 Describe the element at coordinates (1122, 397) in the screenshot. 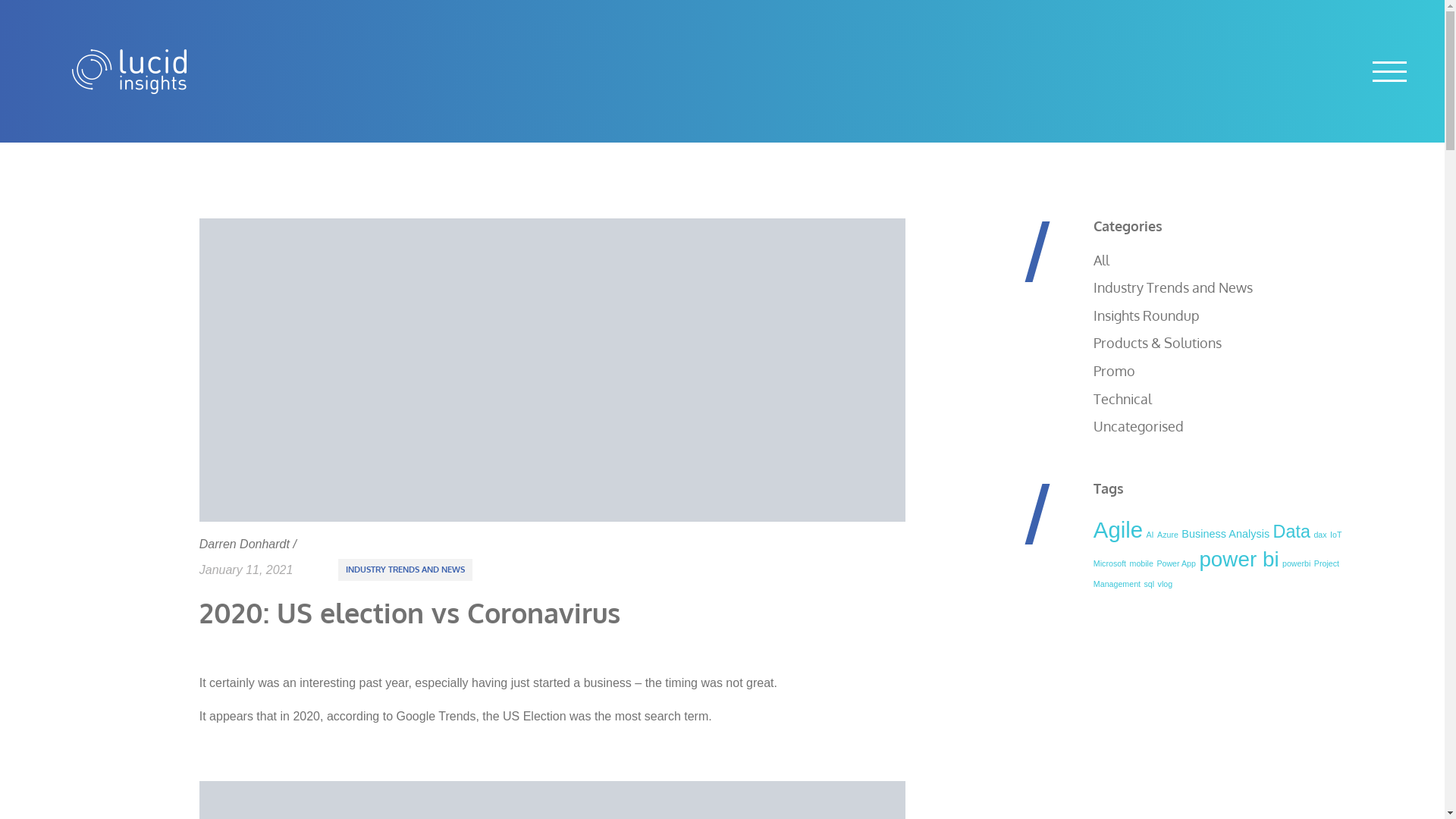

I see `'Technical'` at that location.